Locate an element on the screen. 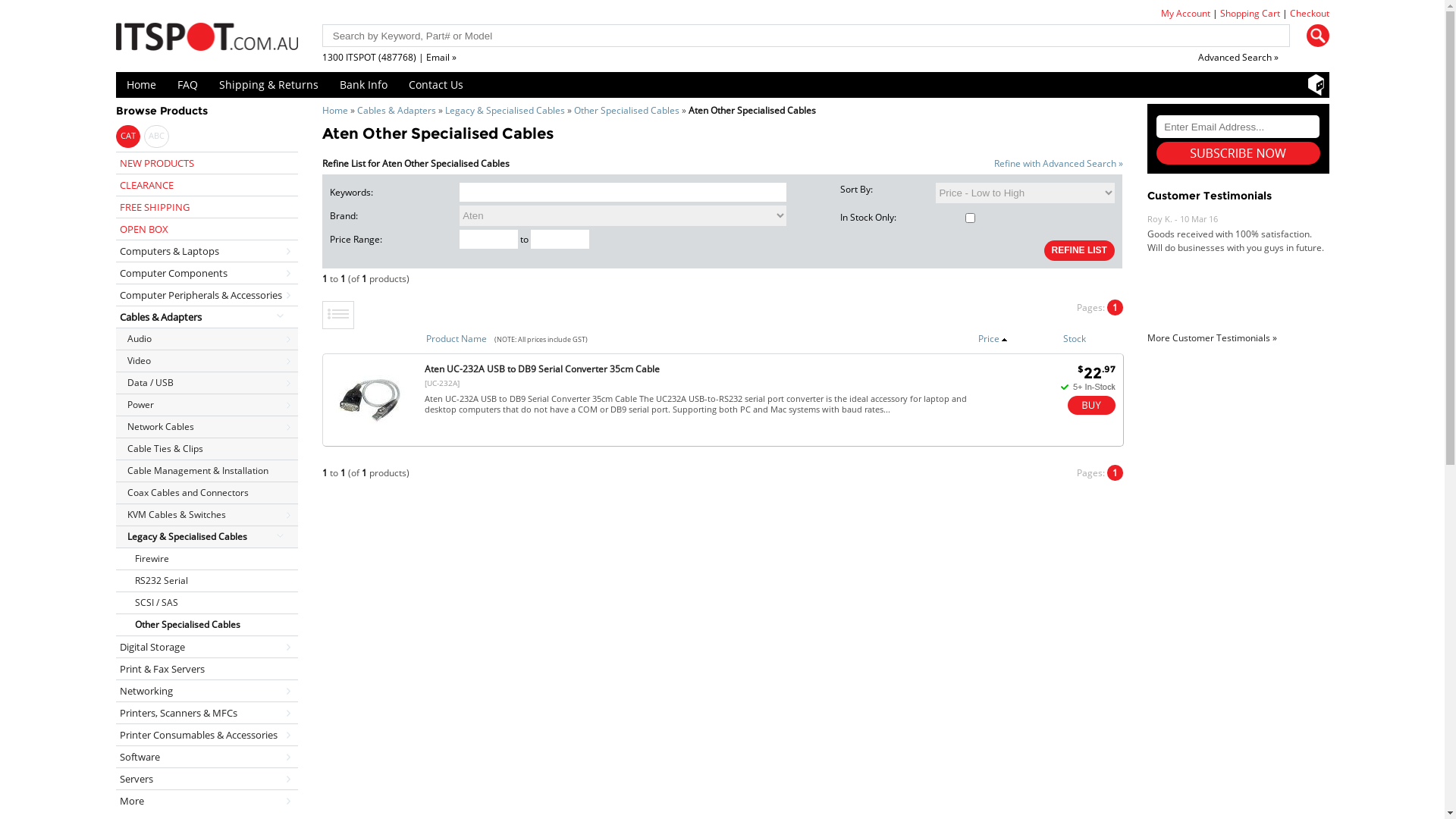  'Legacy & Specialised Cables' is located at coordinates (206, 535).